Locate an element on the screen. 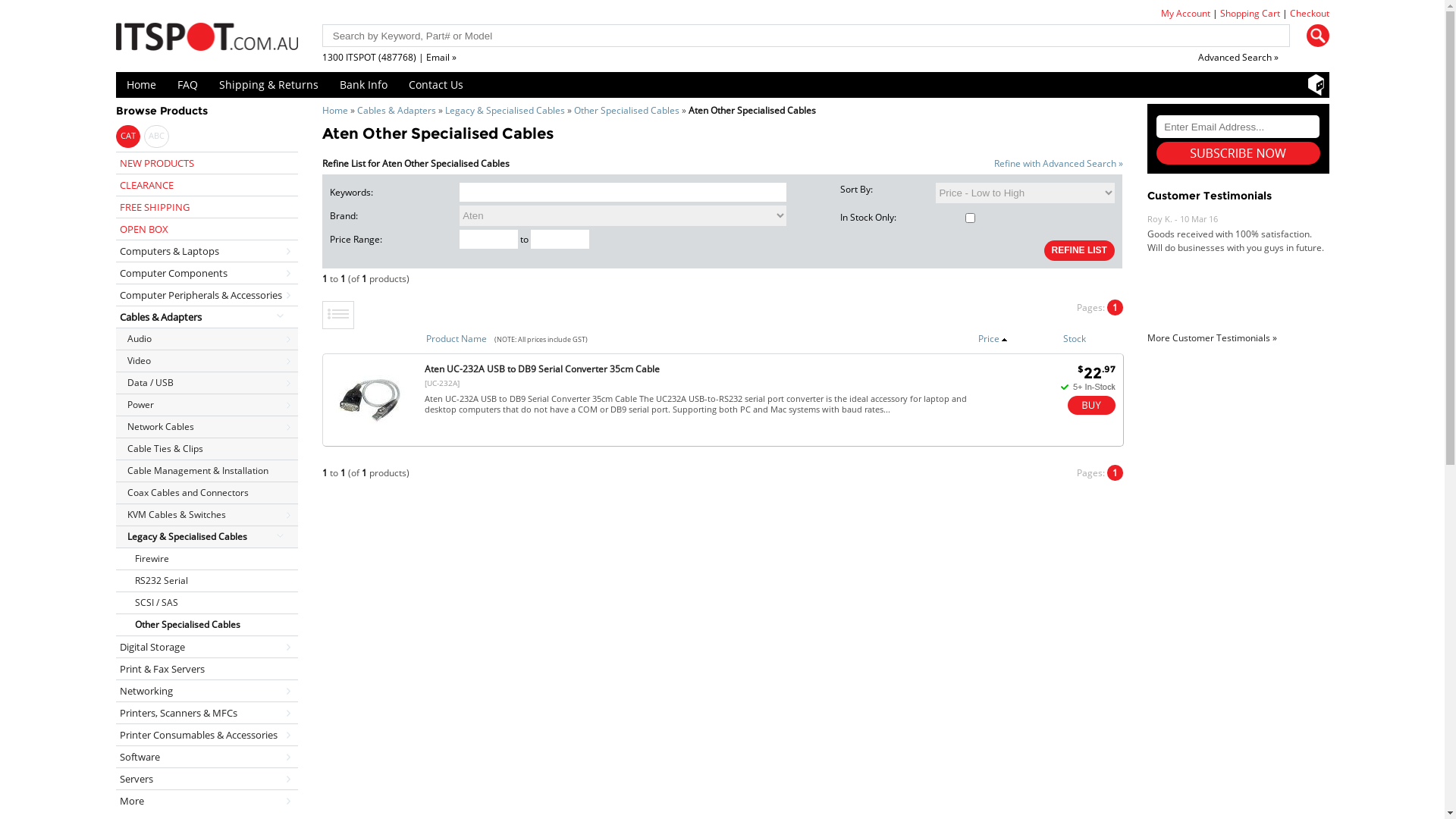  'Legacy & Specialised Cables' is located at coordinates (206, 535).